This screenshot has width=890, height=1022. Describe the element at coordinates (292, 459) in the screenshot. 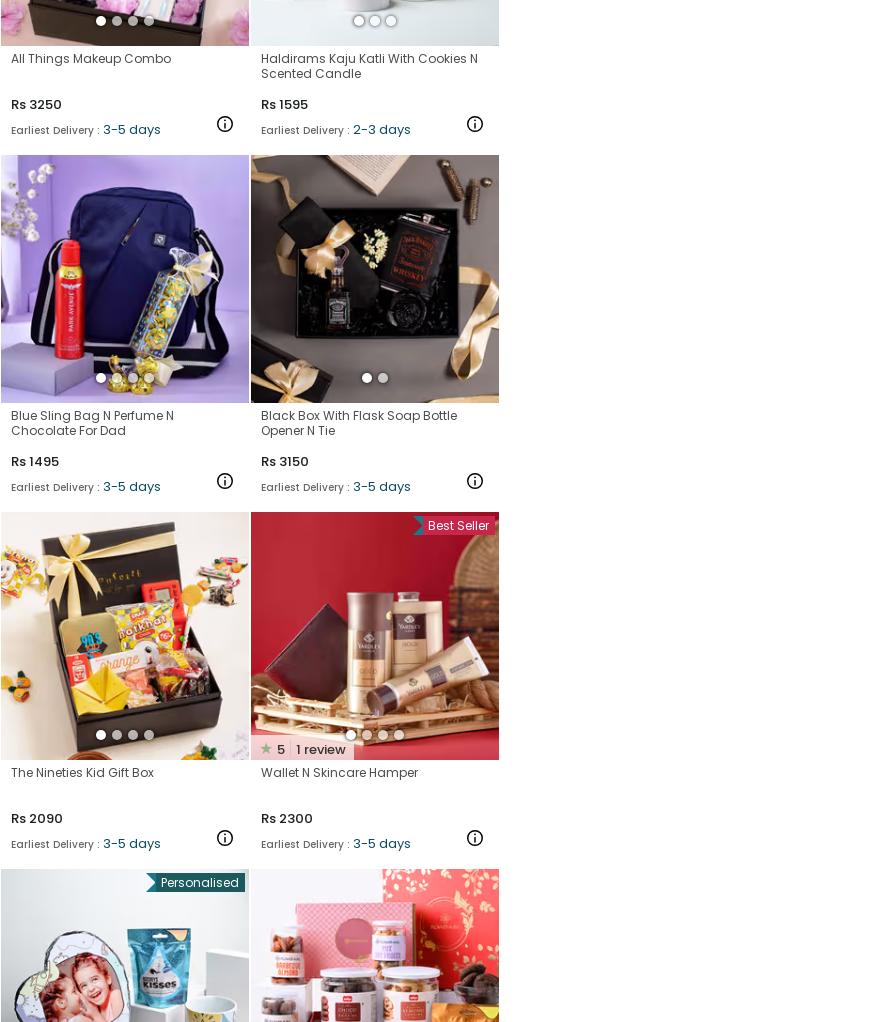

I see `'3150'` at that location.